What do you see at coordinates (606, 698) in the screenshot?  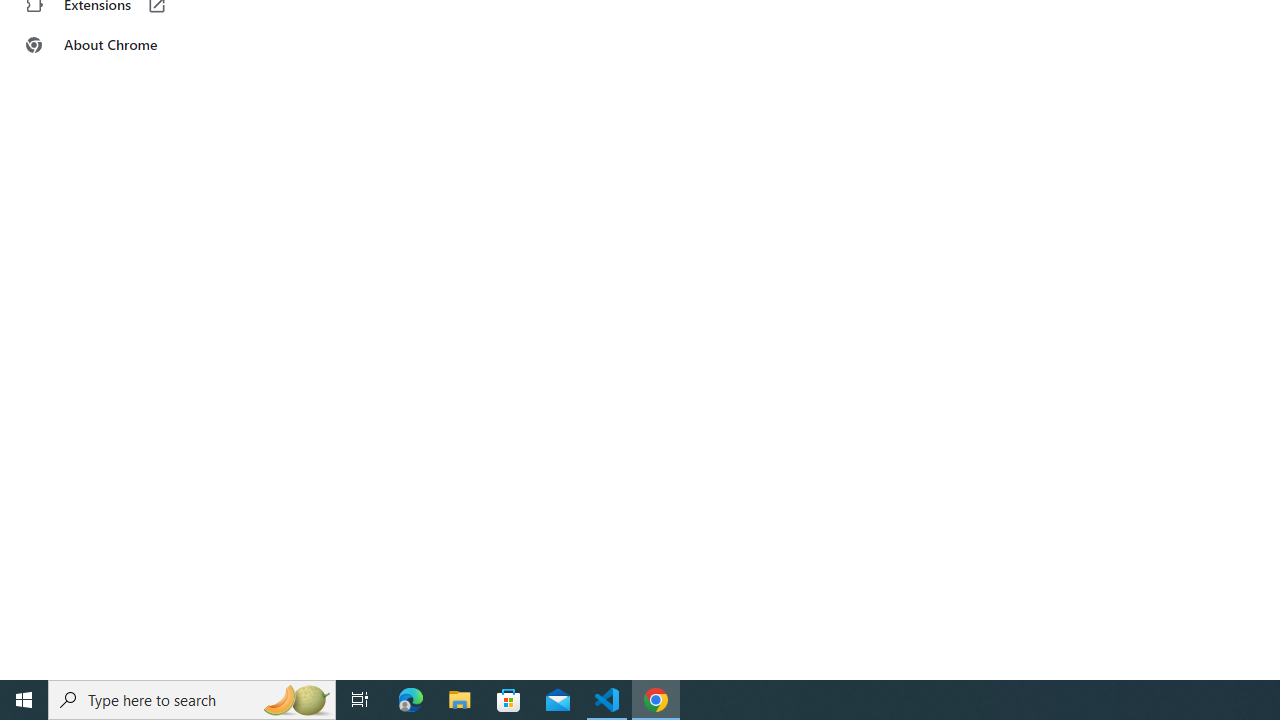 I see `'Visual Studio Code - 1 running window'` at bounding box center [606, 698].